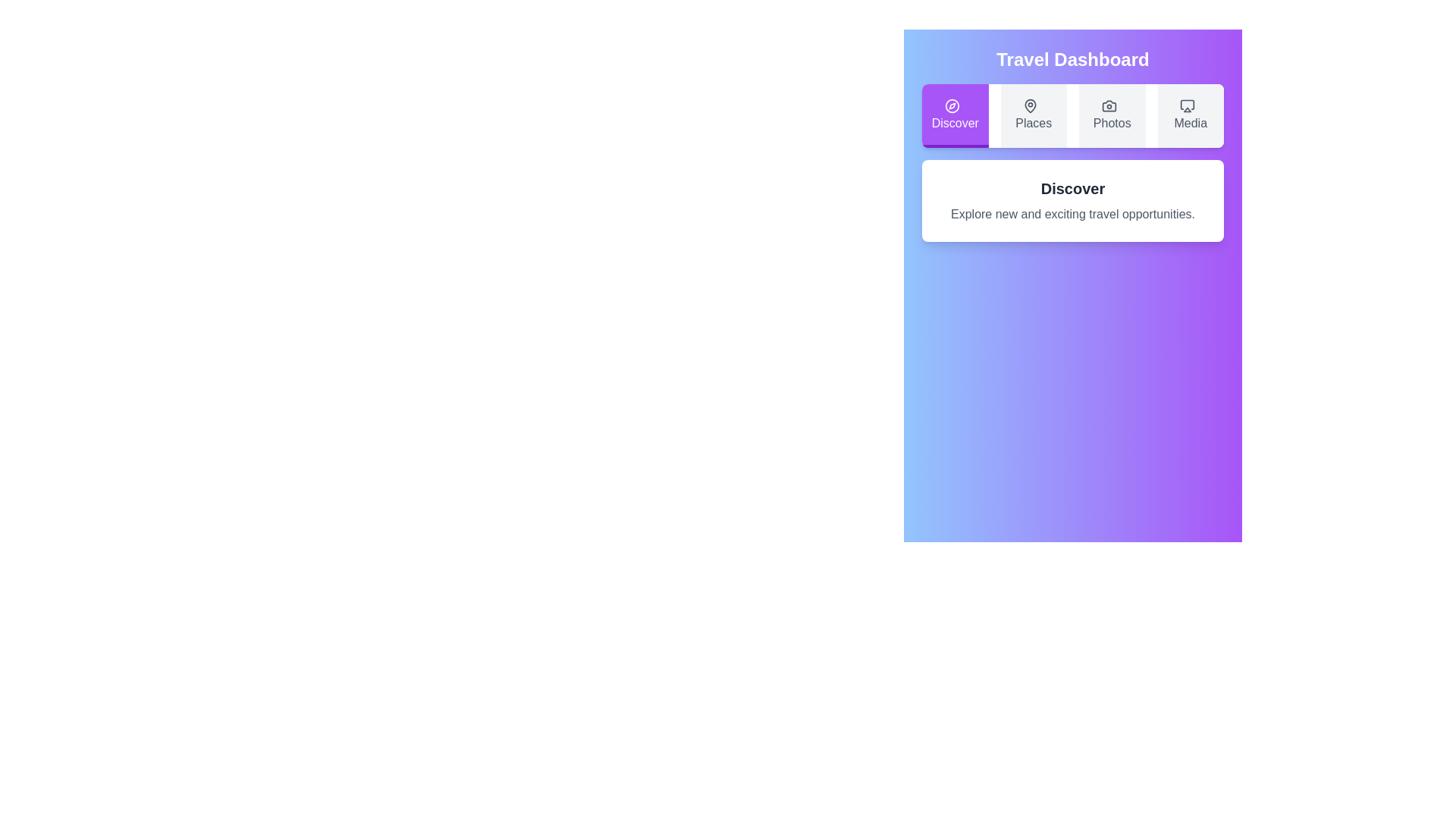  Describe the element at coordinates (1190, 115) in the screenshot. I see `the Media tab` at that location.